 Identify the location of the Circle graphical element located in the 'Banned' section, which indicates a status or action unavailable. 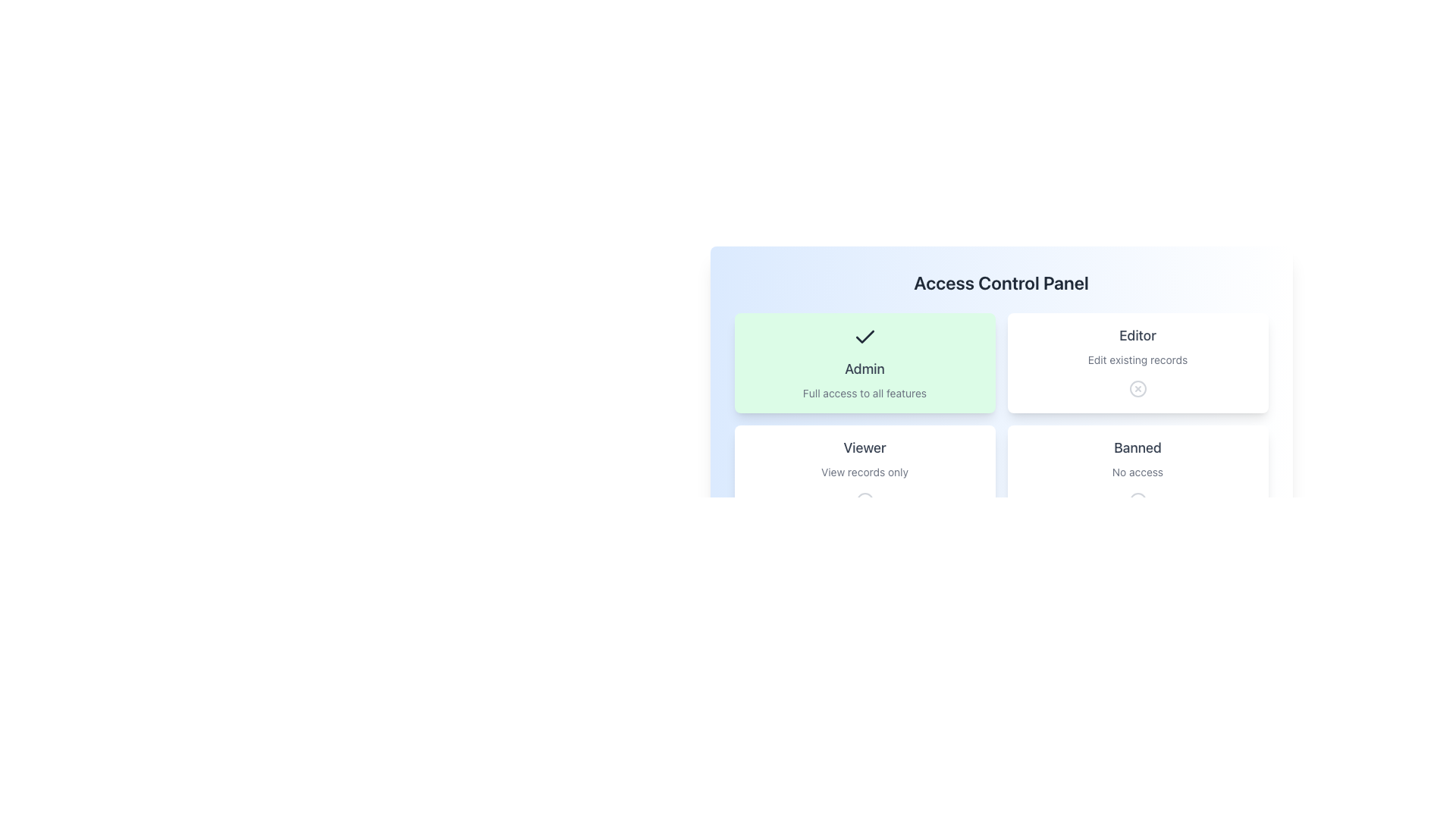
(1137, 500).